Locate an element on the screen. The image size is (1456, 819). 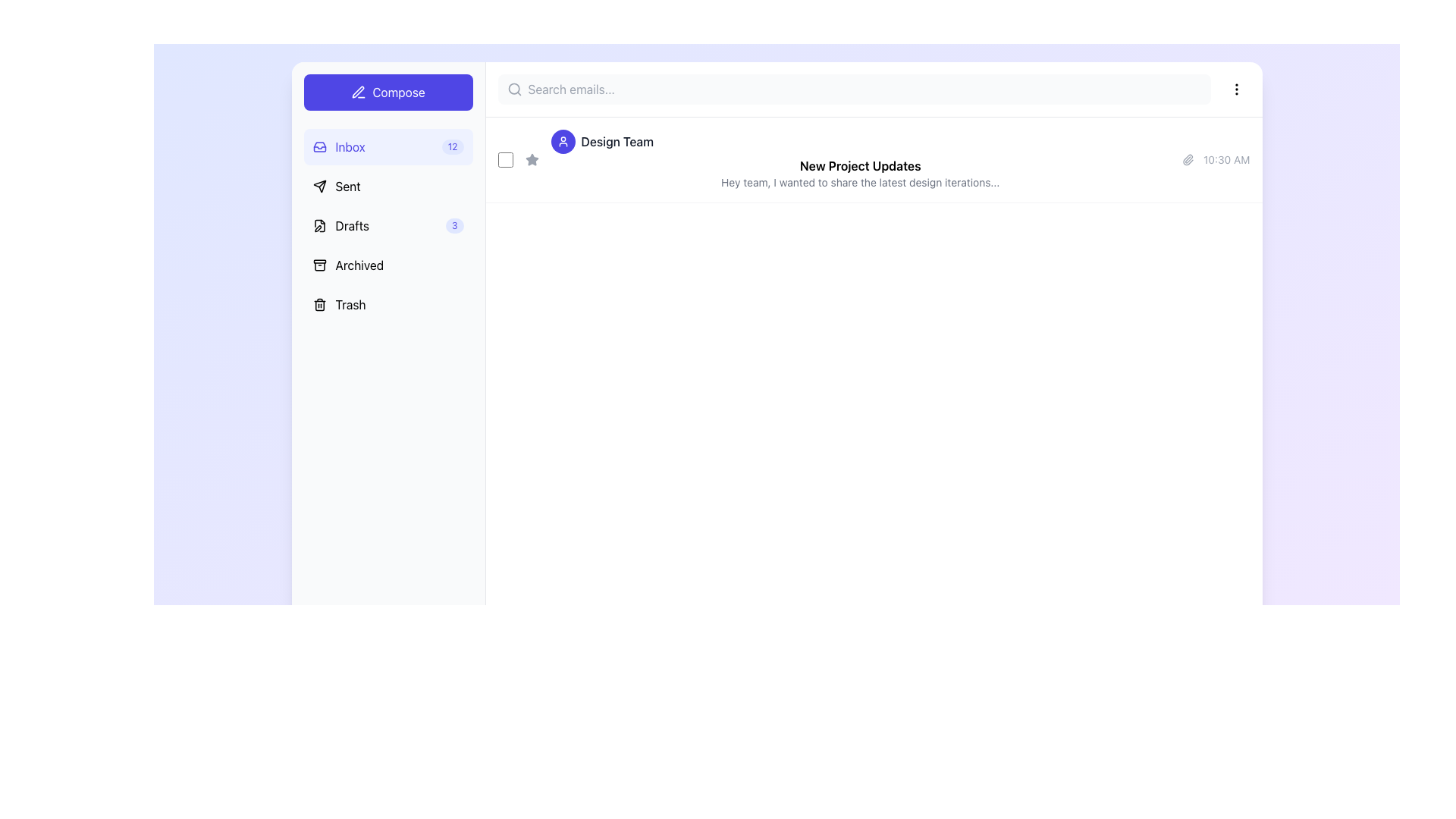
the 'send' action icon located in the 'Sent' menu of the left navigation menu is located at coordinates (318, 186).